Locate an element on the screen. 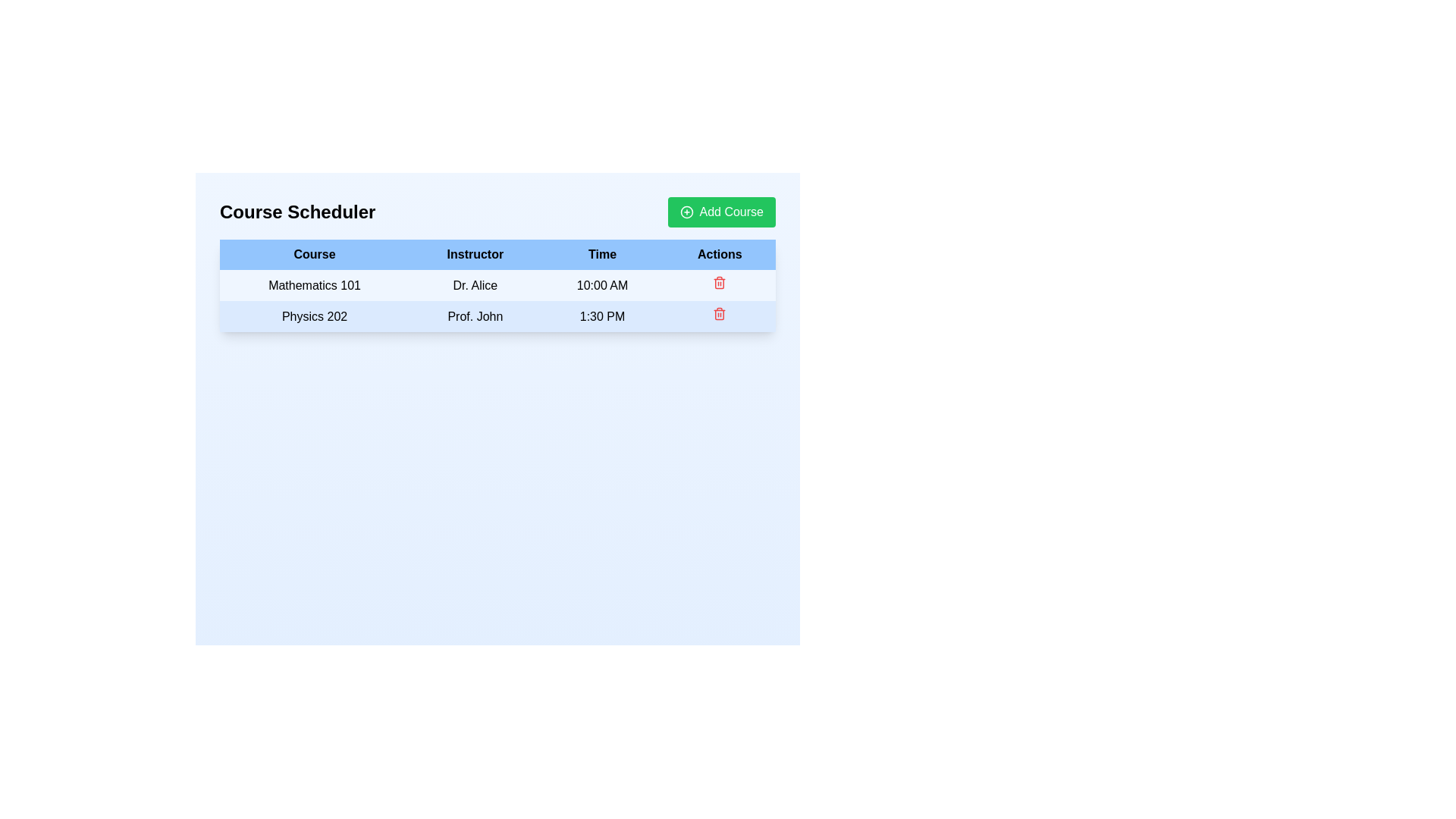  the 'Course Scheduler' text label, which is prominently displayed in bold, large black font on a white background, located at the top-left part of the interface is located at coordinates (297, 212).